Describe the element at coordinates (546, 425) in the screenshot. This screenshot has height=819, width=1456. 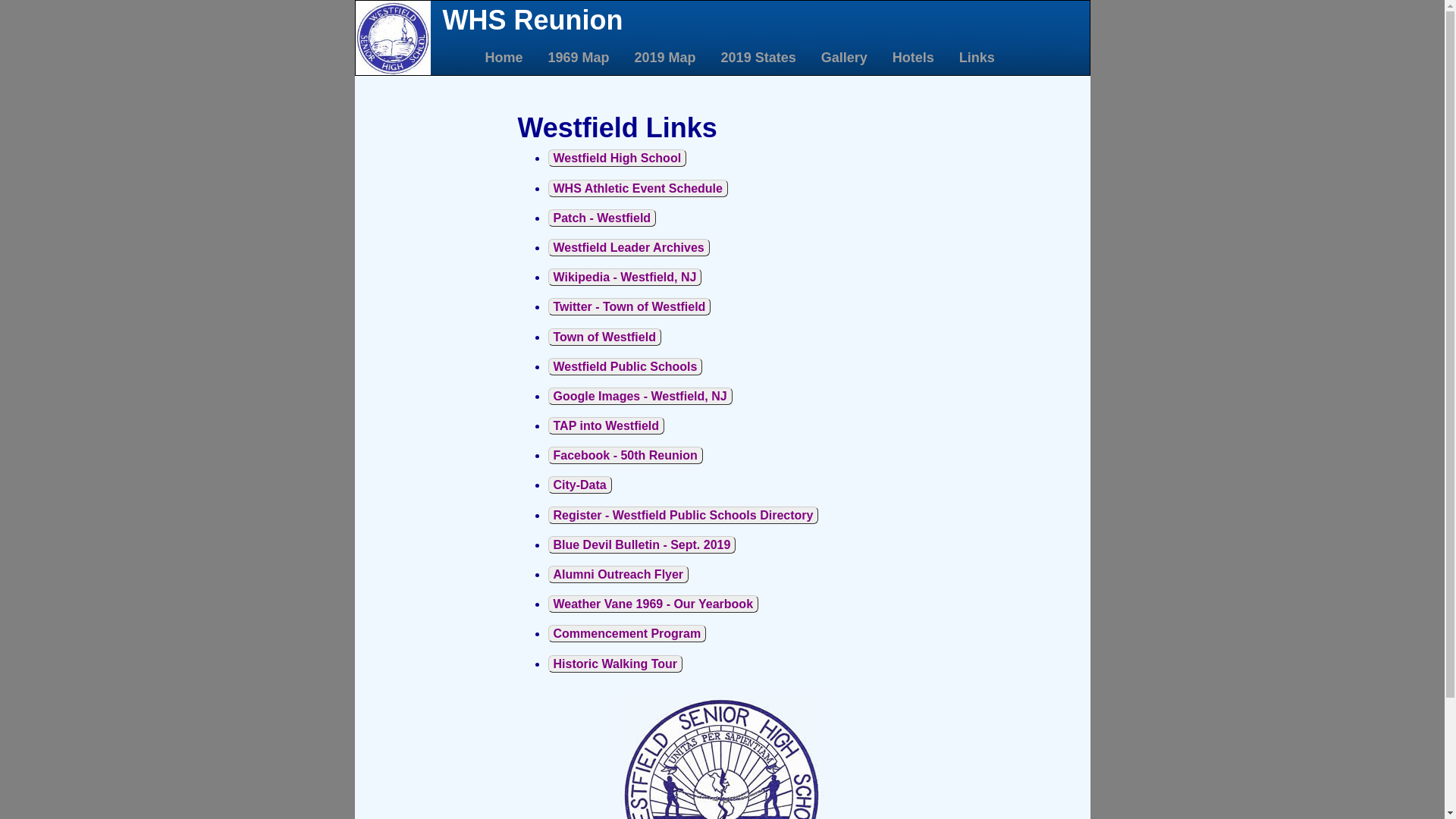
I see `'TAP into Westfield'` at that location.